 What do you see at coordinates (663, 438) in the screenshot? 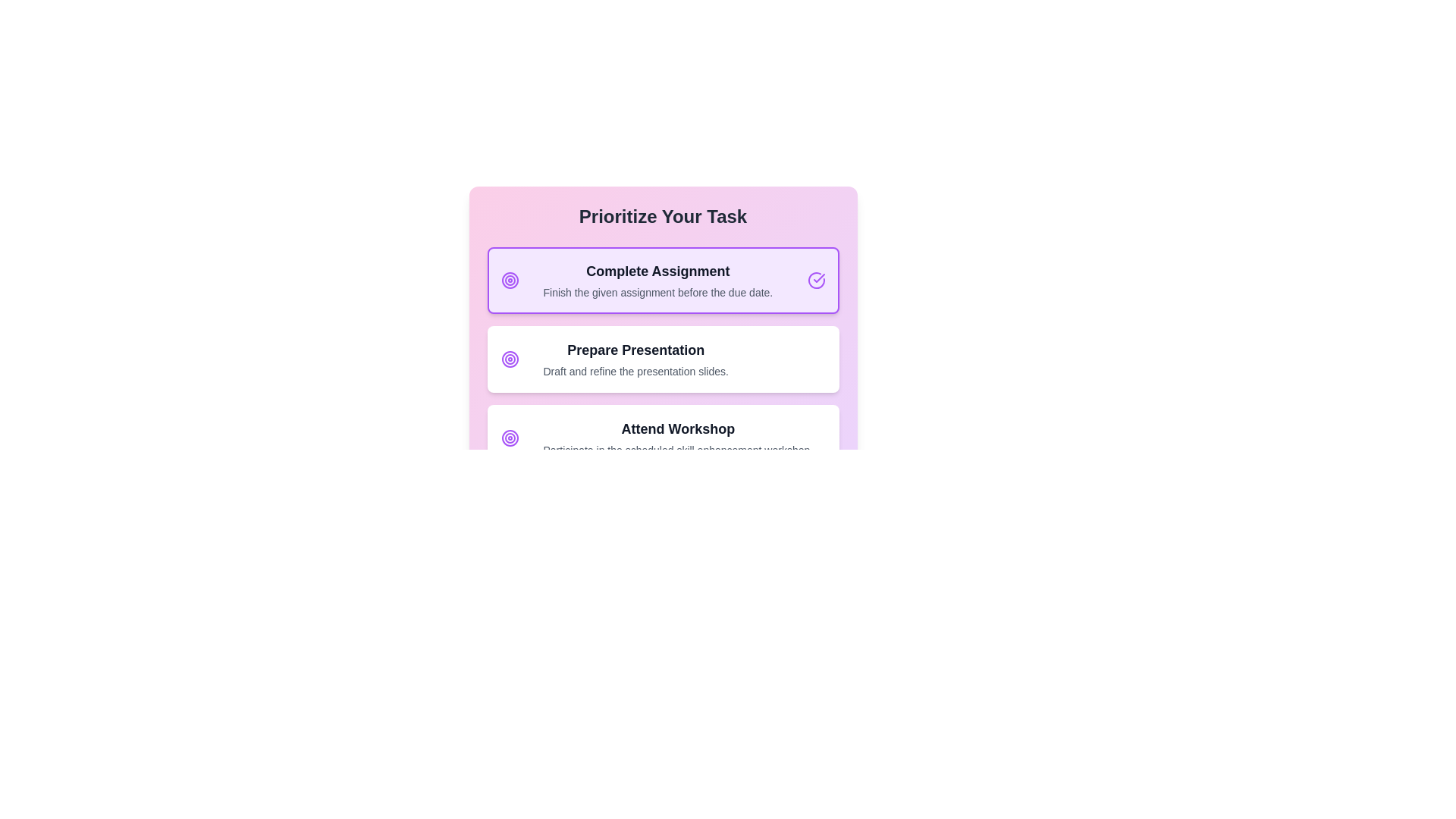
I see `the 'Attend Workshop' informational card` at bounding box center [663, 438].